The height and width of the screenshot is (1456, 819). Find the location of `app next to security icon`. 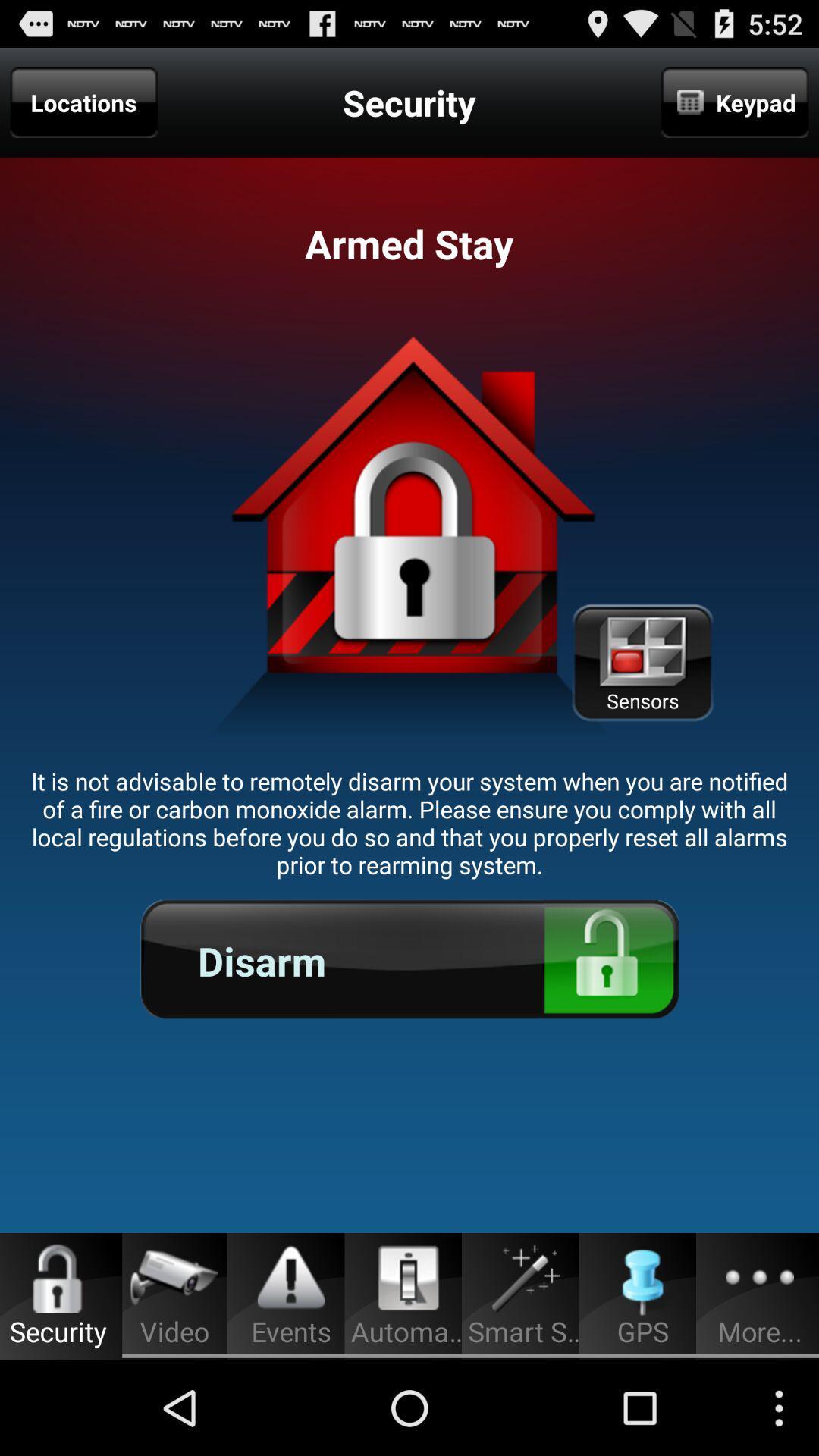

app next to security icon is located at coordinates (734, 102).